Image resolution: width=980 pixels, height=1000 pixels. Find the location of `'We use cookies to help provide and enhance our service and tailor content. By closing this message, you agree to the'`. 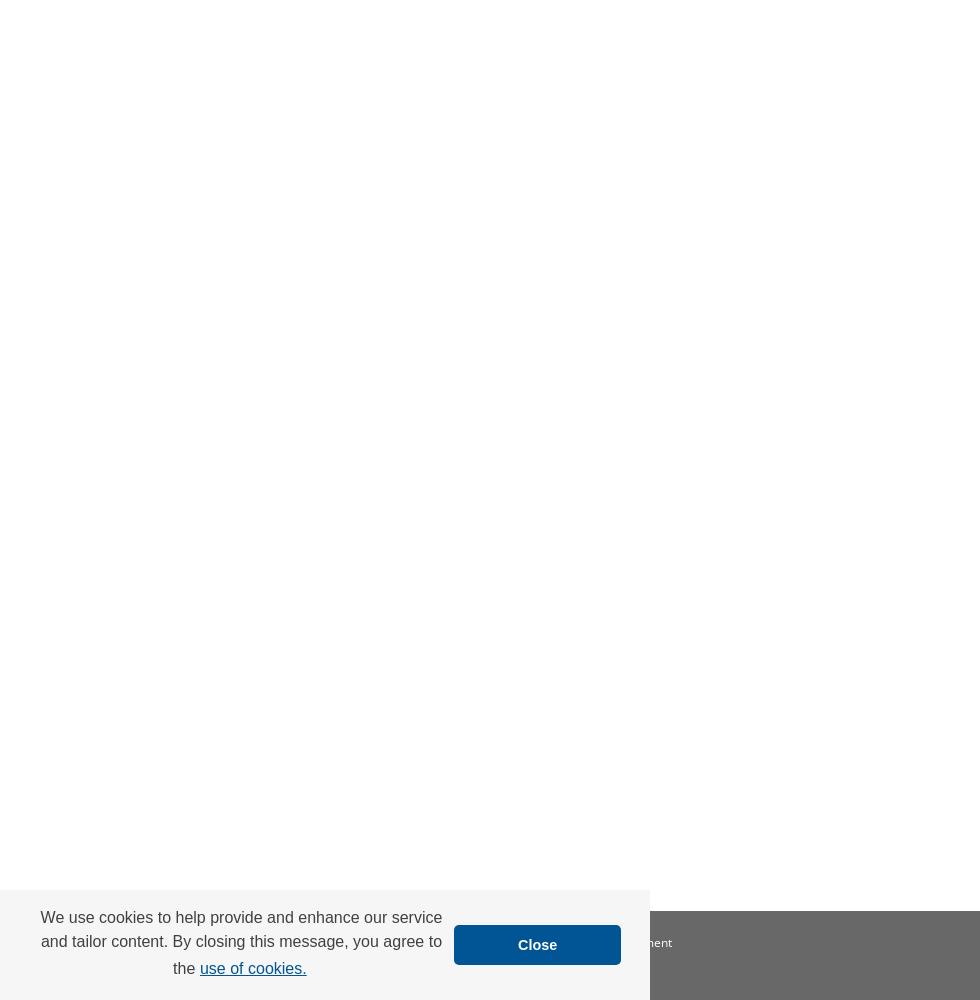

'We use cookies to help provide and enhance our service and tailor content. By closing this message, you agree to the' is located at coordinates (240, 941).